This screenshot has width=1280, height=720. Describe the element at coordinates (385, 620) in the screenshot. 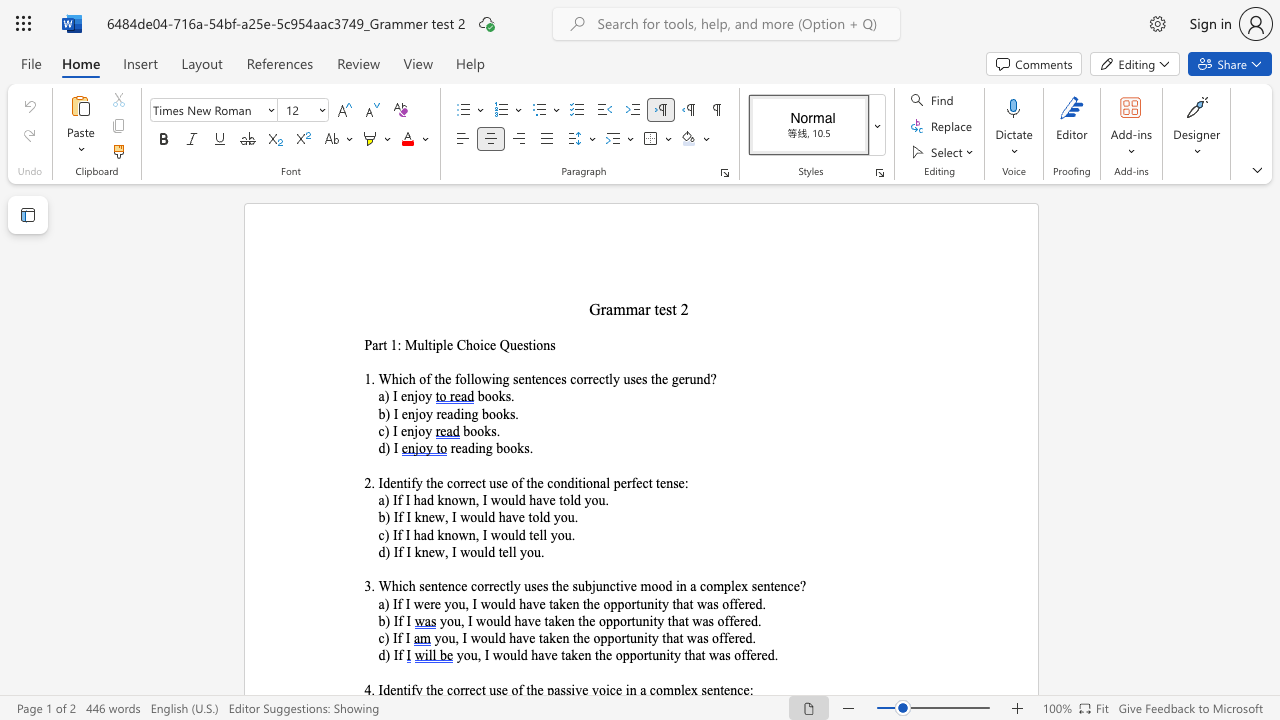

I see `the subset text ") If" within the text "b) If I"` at that location.